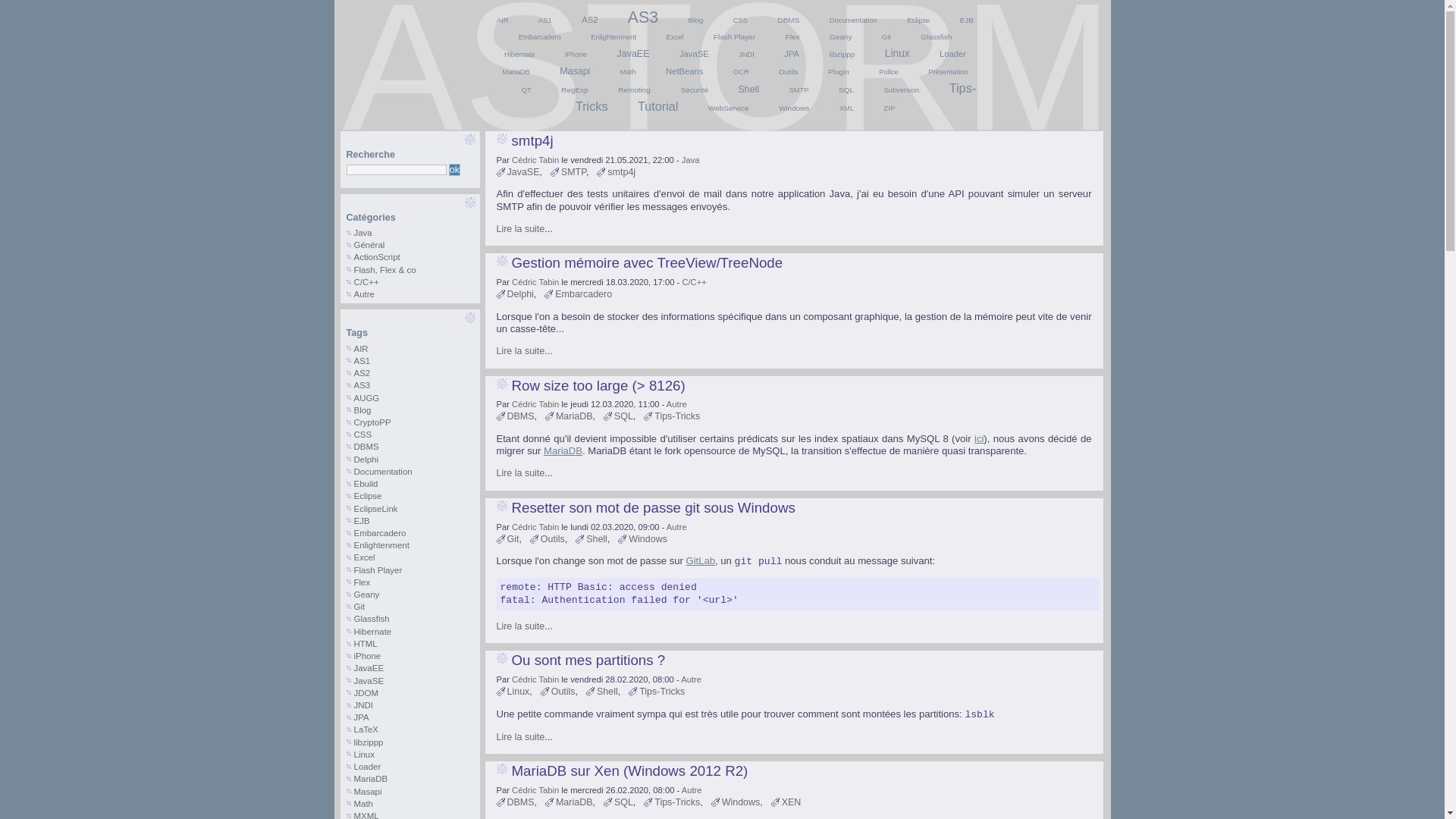  Describe the element at coordinates (587, 659) in the screenshot. I see `'Ou sont mes partitions ?'` at that location.